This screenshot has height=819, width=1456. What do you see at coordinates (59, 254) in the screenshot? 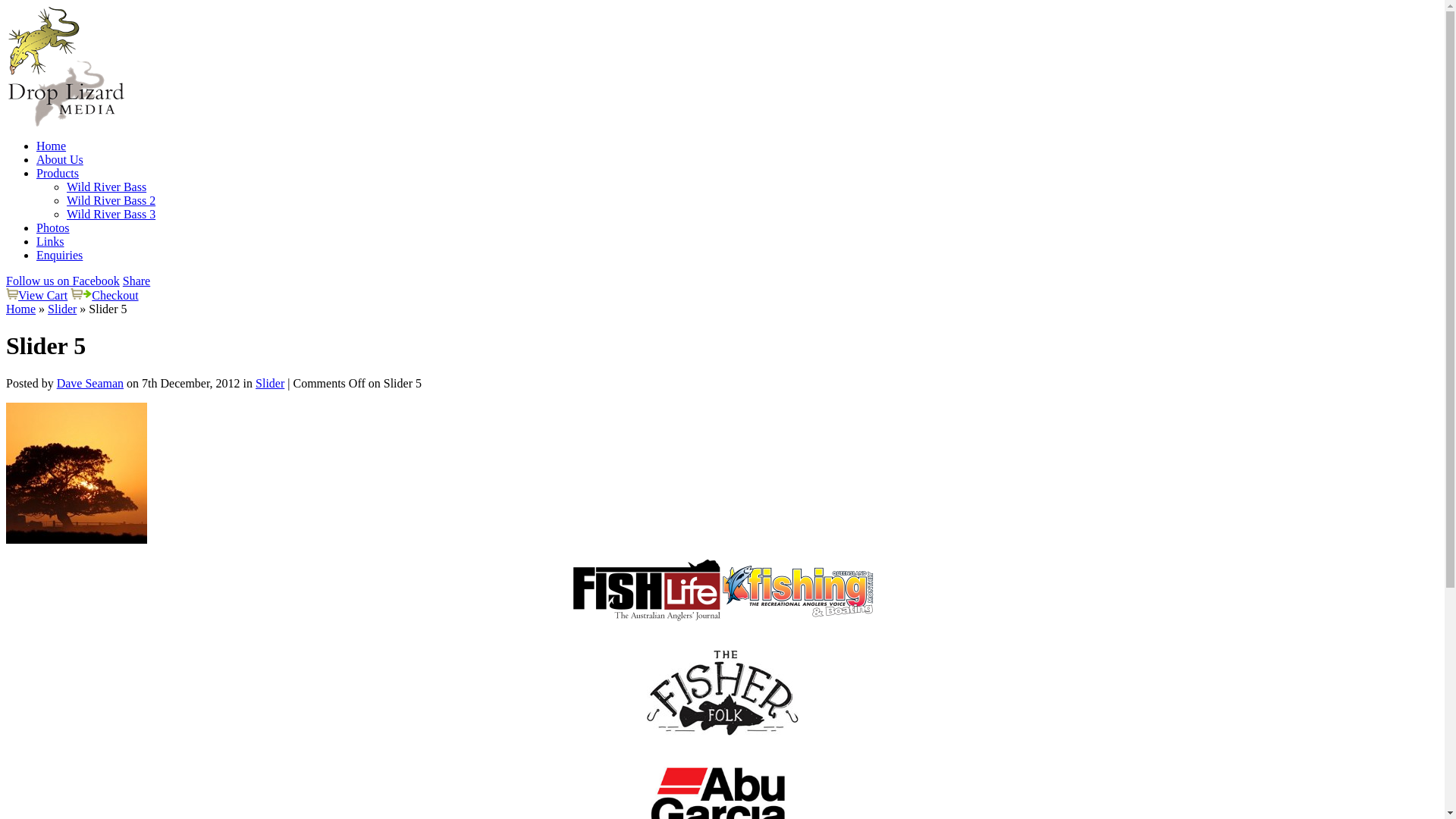
I see `'Enquiries'` at bounding box center [59, 254].